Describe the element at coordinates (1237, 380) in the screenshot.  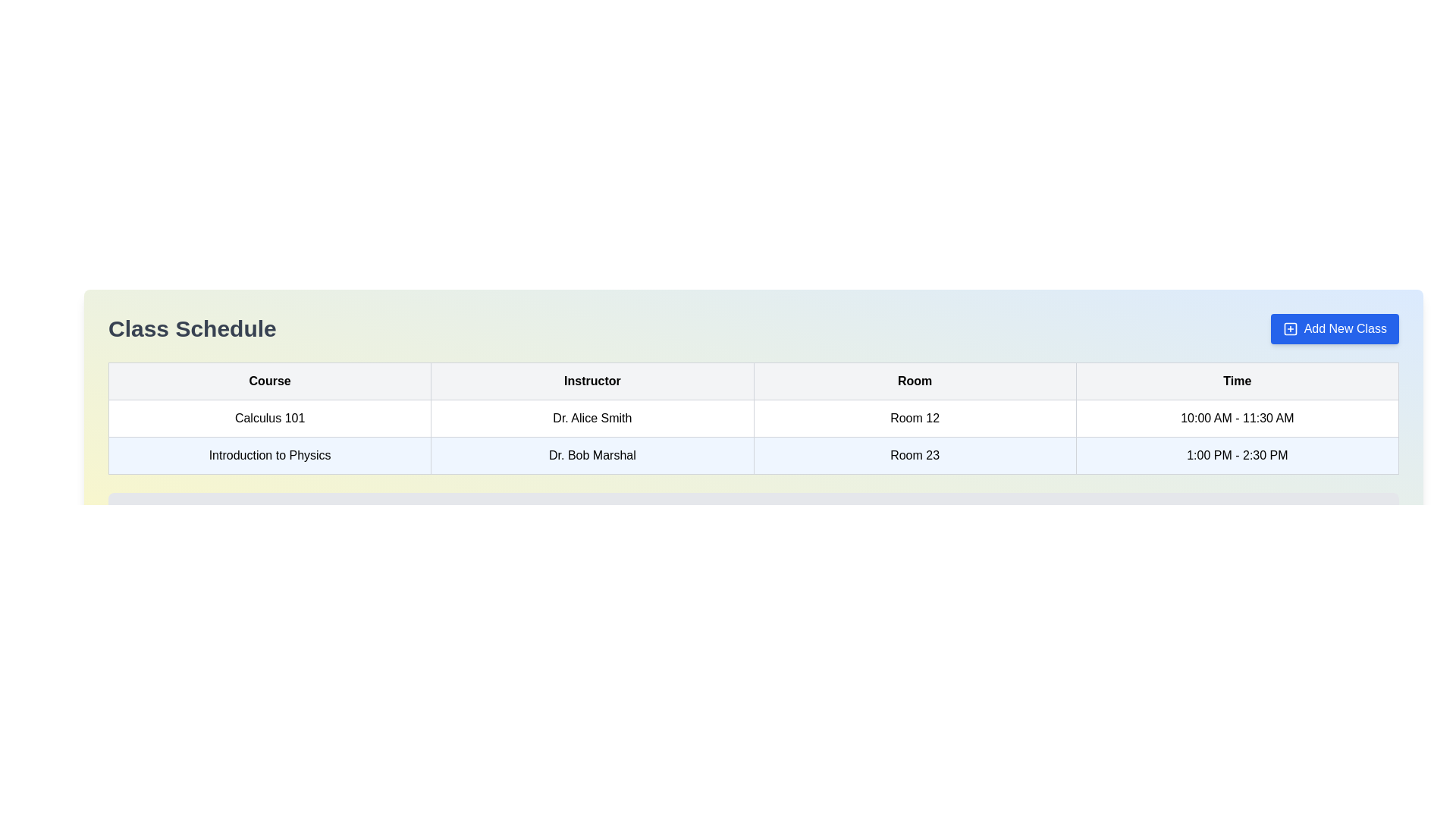
I see `the Table Header Cell containing the text 'Time', which is the fourth column header in the table, characterized by a bold black font on a light gray background` at that location.